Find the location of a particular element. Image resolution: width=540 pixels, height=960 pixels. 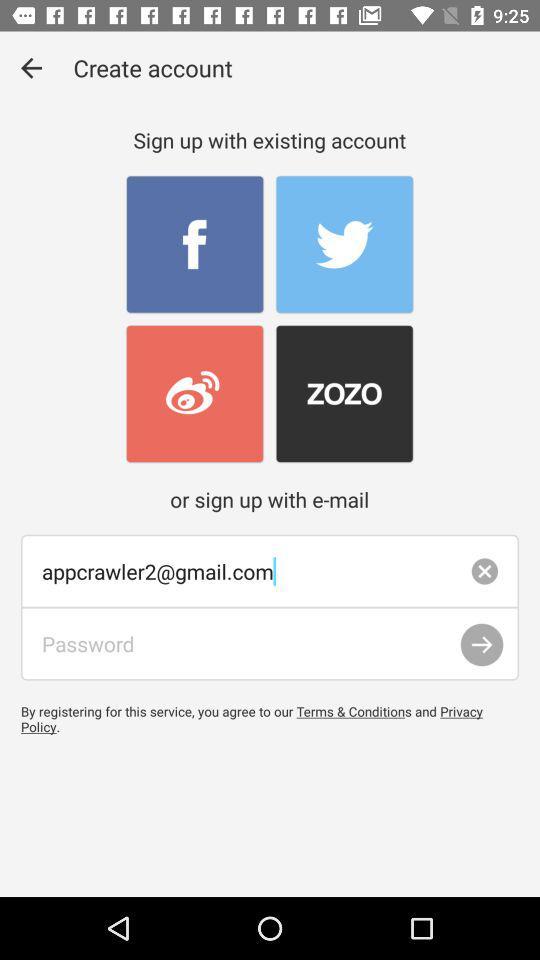

sign up with facebook is located at coordinates (195, 244).